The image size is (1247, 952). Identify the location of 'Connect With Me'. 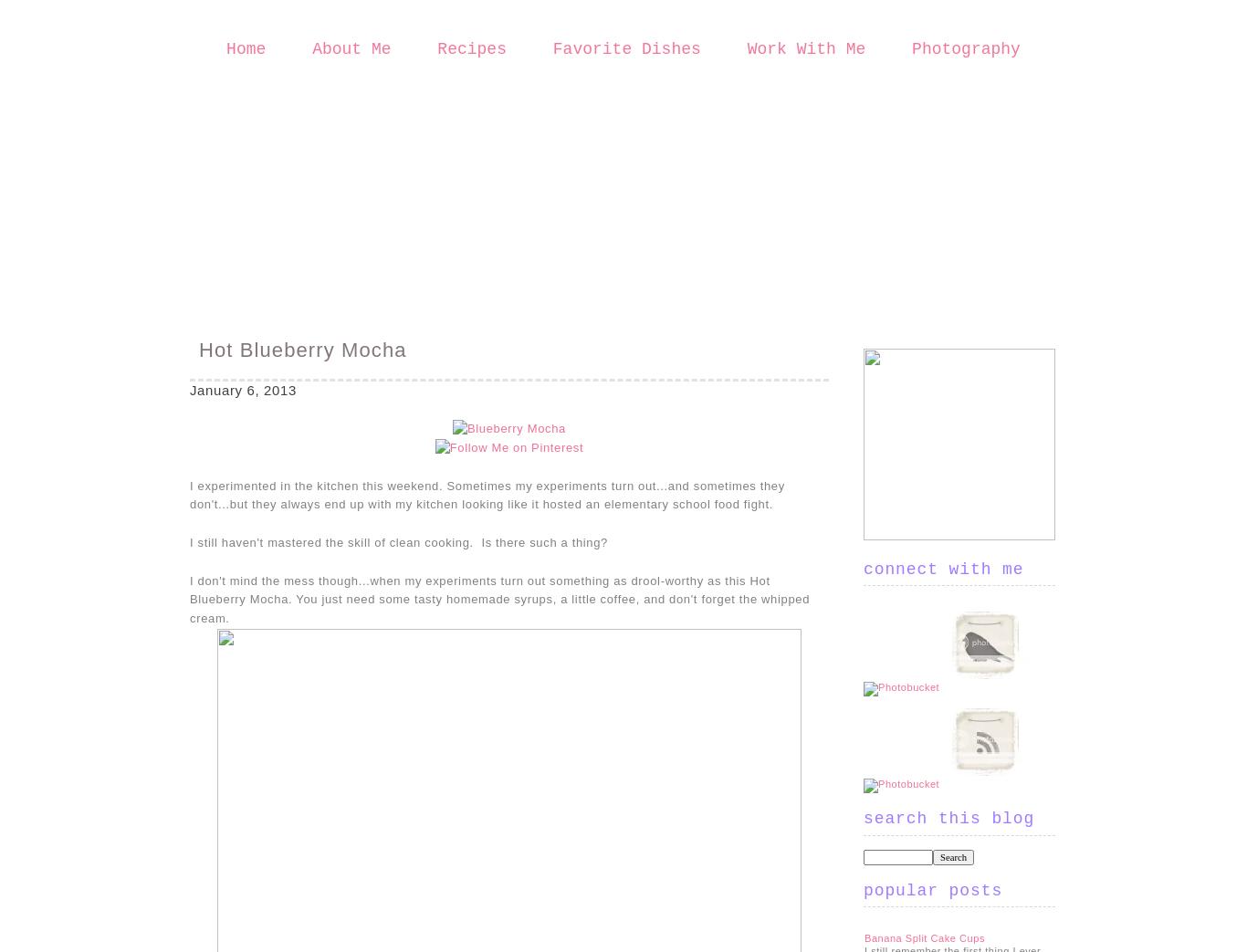
(942, 567).